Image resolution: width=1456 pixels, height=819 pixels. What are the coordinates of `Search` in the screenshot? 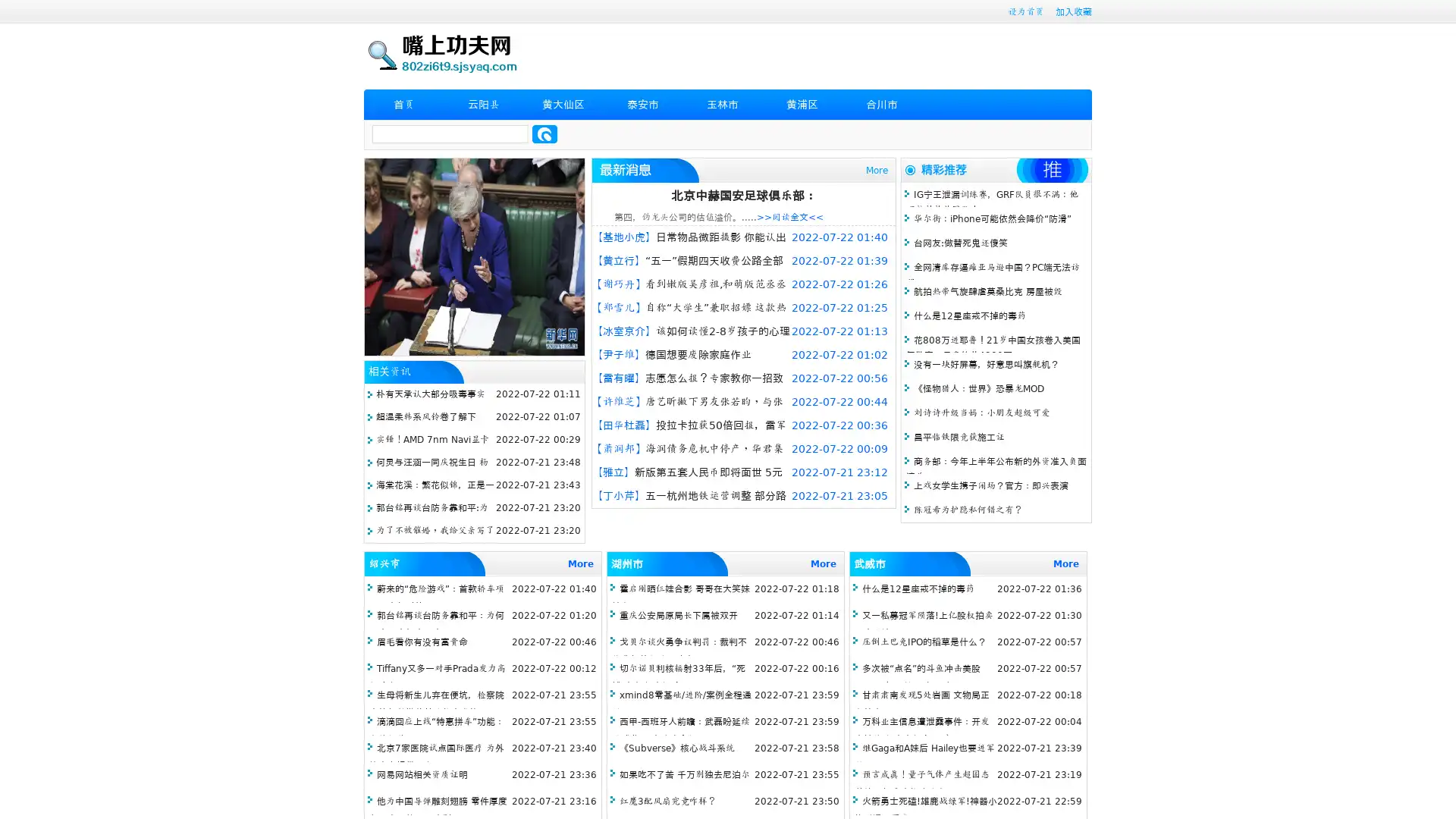 It's located at (544, 133).